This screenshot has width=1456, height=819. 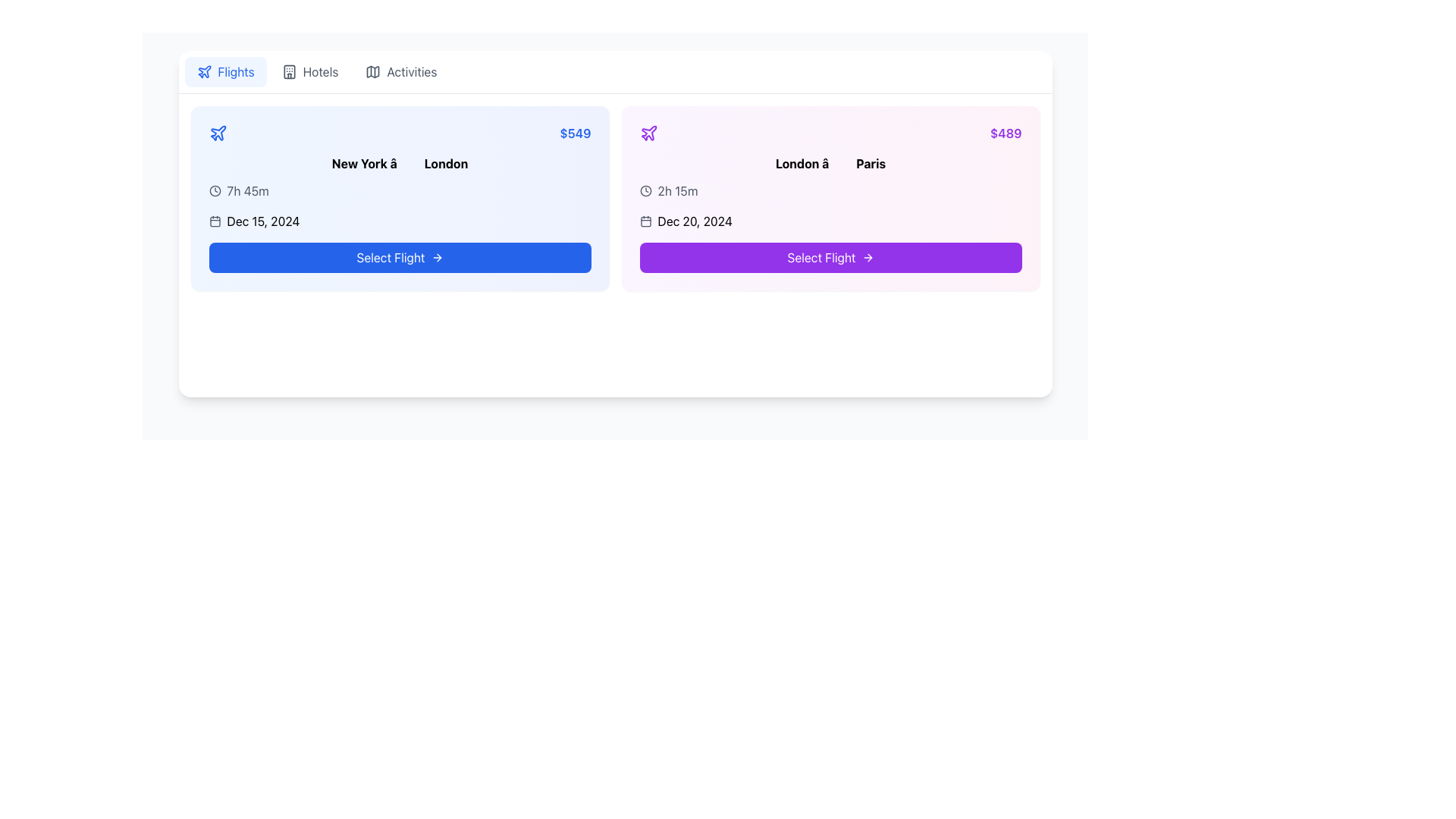 What do you see at coordinates (676, 190) in the screenshot?
I see `the Text label indicating the duration of a flight, located in the upper-left segment of the flight card on the right-hand side of the layout, next to a clock icon` at bounding box center [676, 190].